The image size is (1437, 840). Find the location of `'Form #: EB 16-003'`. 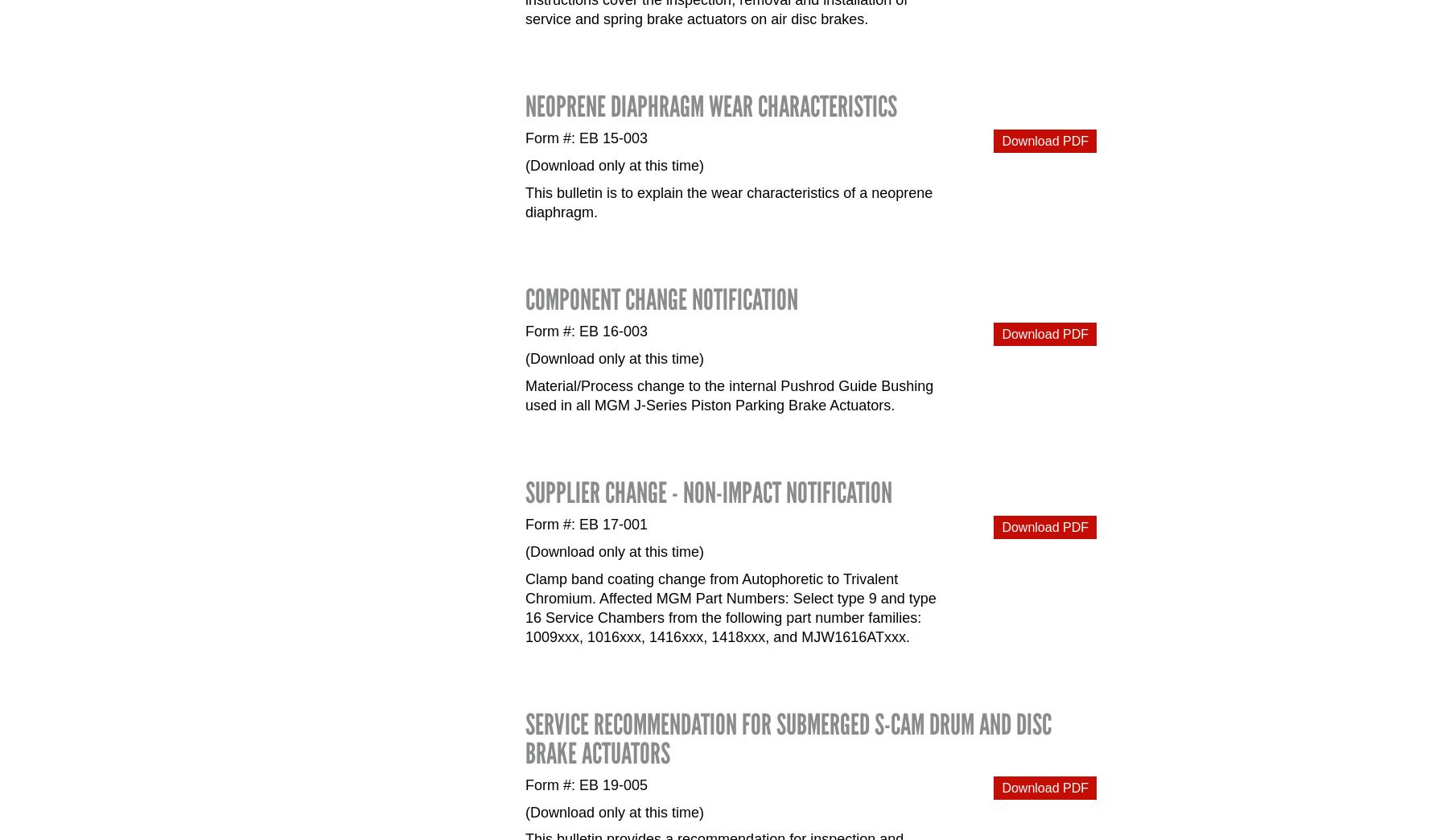

'Form #: EB 16-003' is located at coordinates (587, 330).